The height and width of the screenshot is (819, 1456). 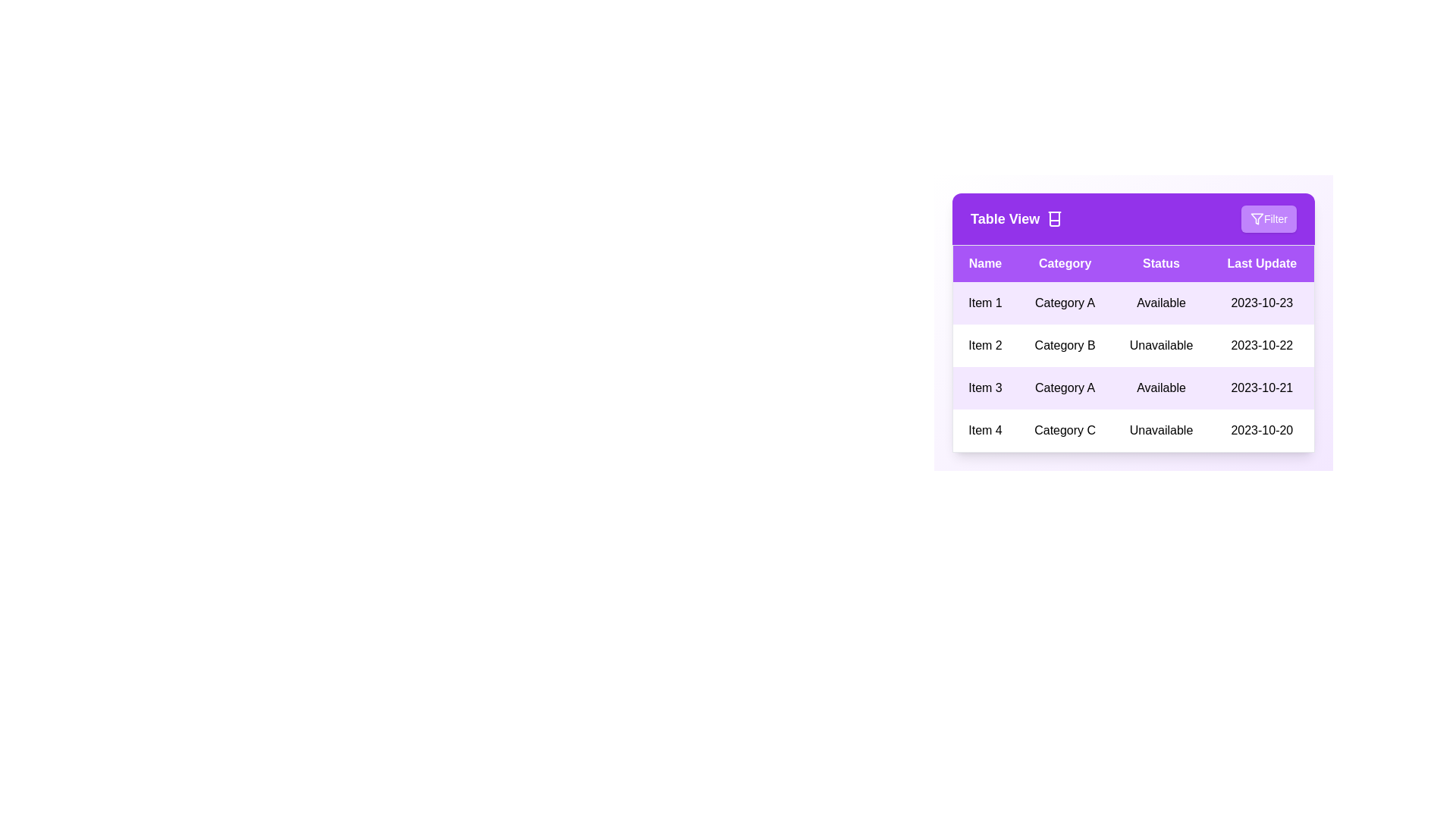 What do you see at coordinates (985, 262) in the screenshot?
I see `the header Name to sort the table by that column` at bounding box center [985, 262].